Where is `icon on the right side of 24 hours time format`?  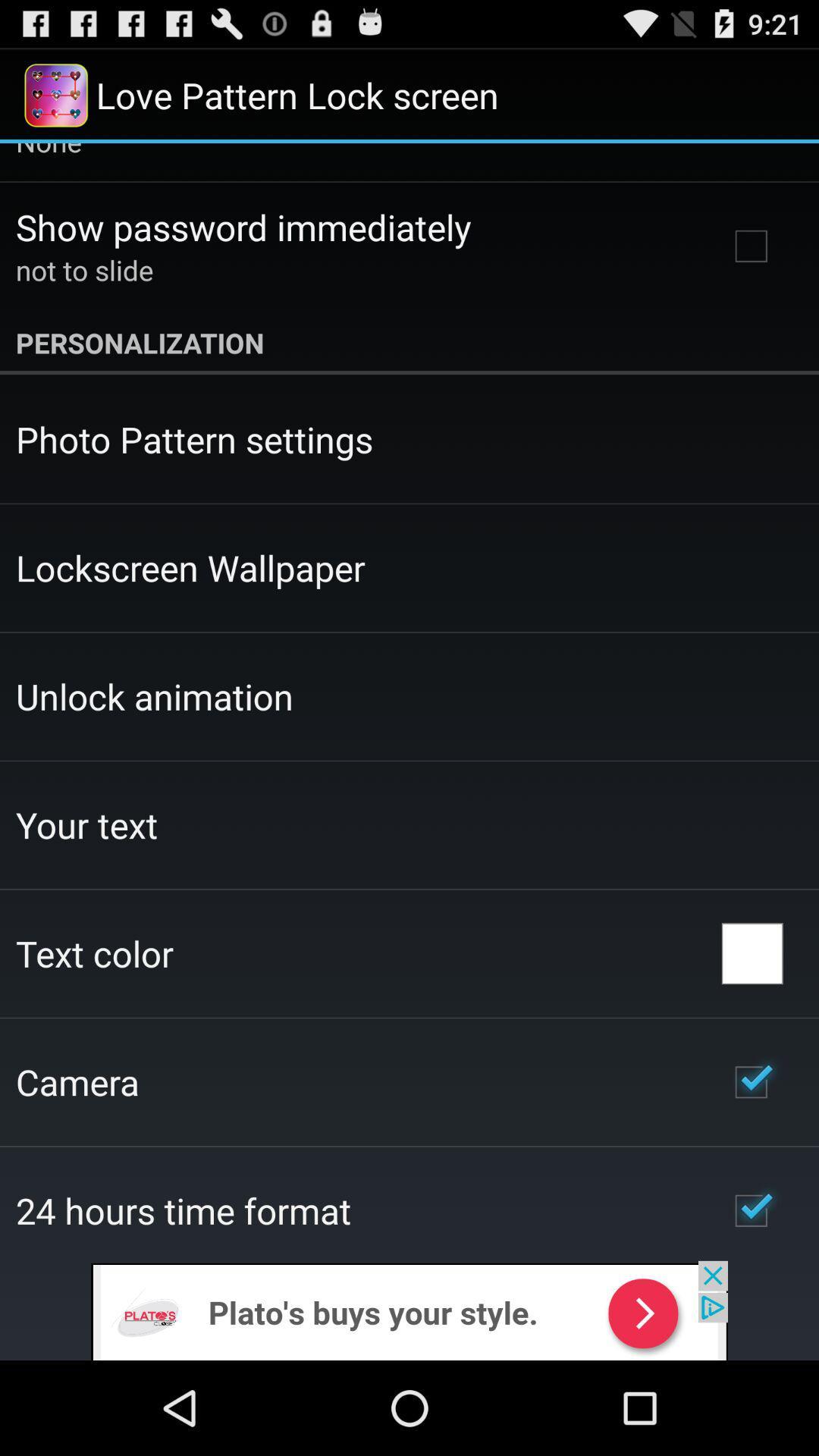
icon on the right side of 24 hours time format is located at coordinates (752, 1210).